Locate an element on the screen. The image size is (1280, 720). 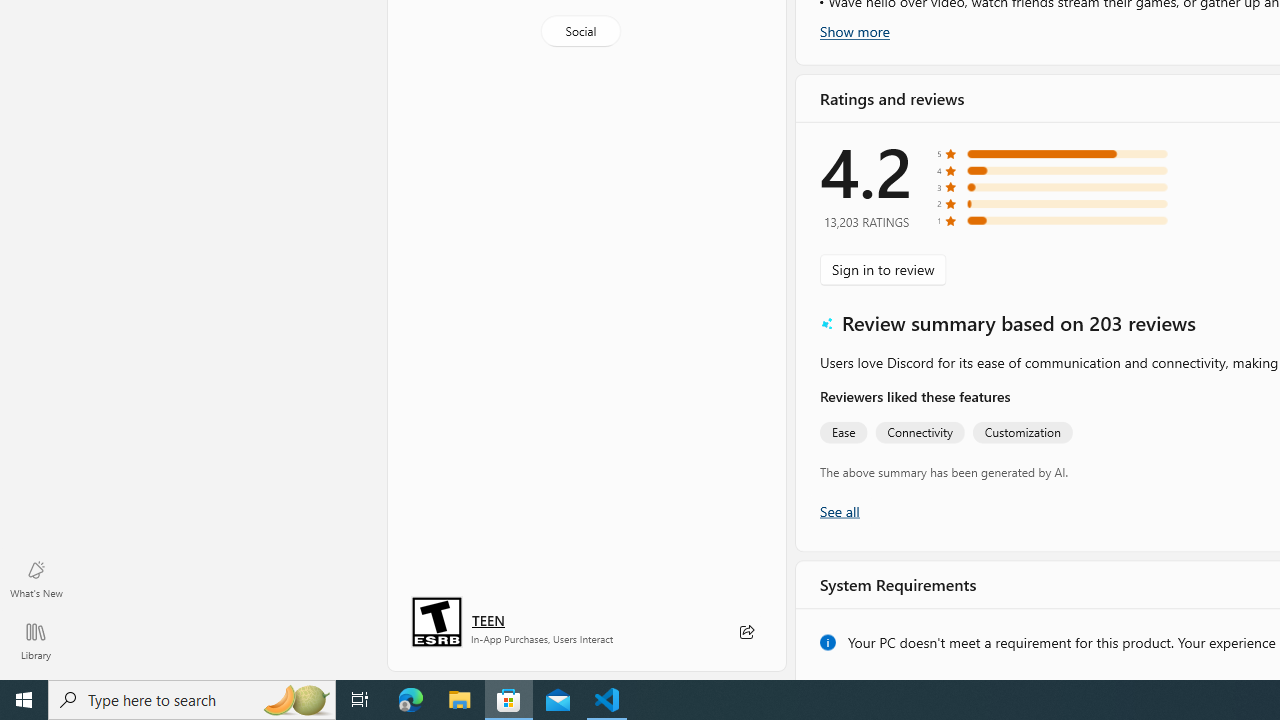
'Age rating: TEEN. Click for more information.' is located at coordinates (488, 618).